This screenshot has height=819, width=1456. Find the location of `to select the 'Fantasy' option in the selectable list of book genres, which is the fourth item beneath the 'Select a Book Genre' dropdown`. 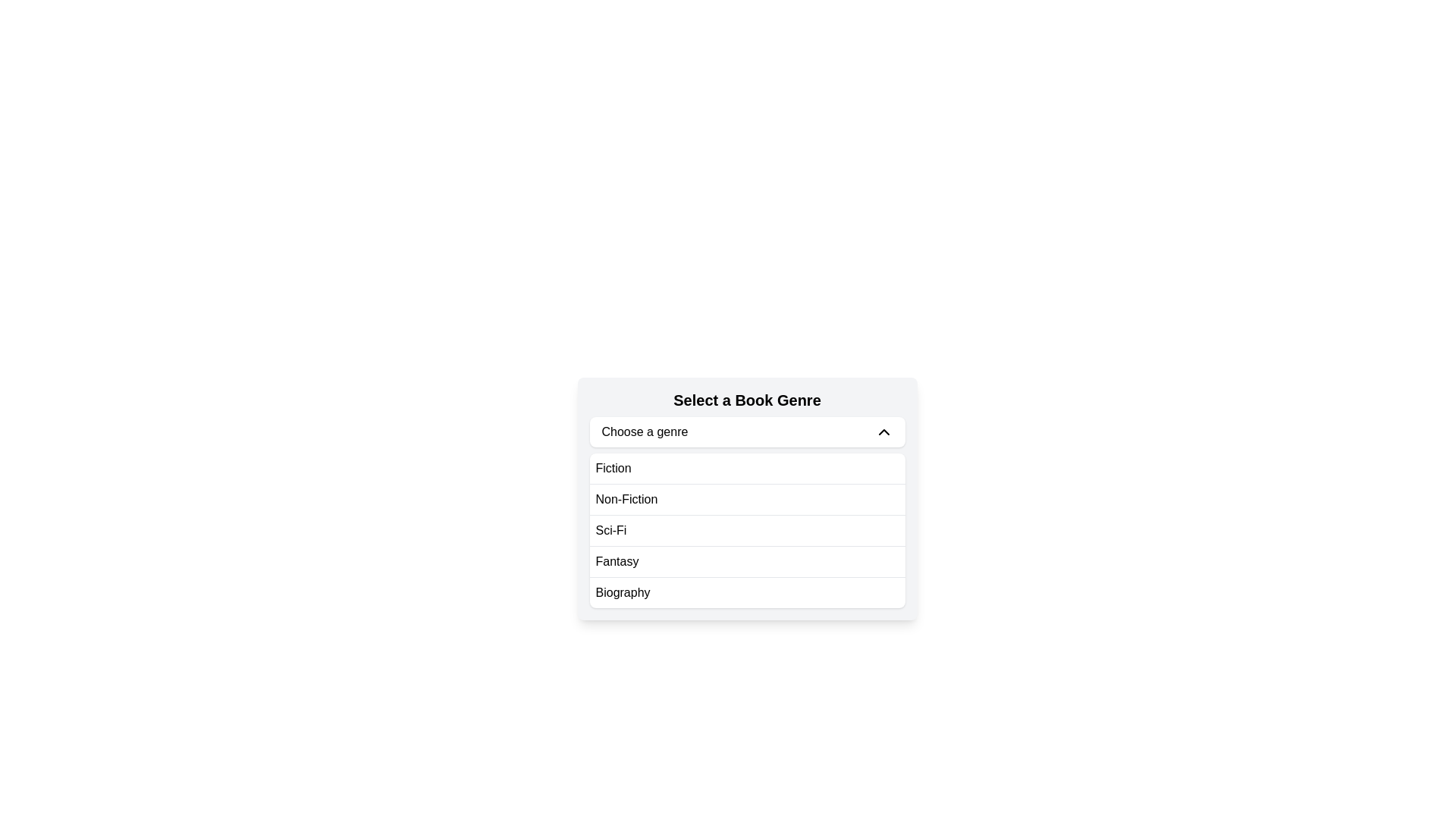

to select the 'Fantasy' option in the selectable list of book genres, which is the fourth item beneath the 'Select a Book Genre' dropdown is located at coordinates (747, 561).